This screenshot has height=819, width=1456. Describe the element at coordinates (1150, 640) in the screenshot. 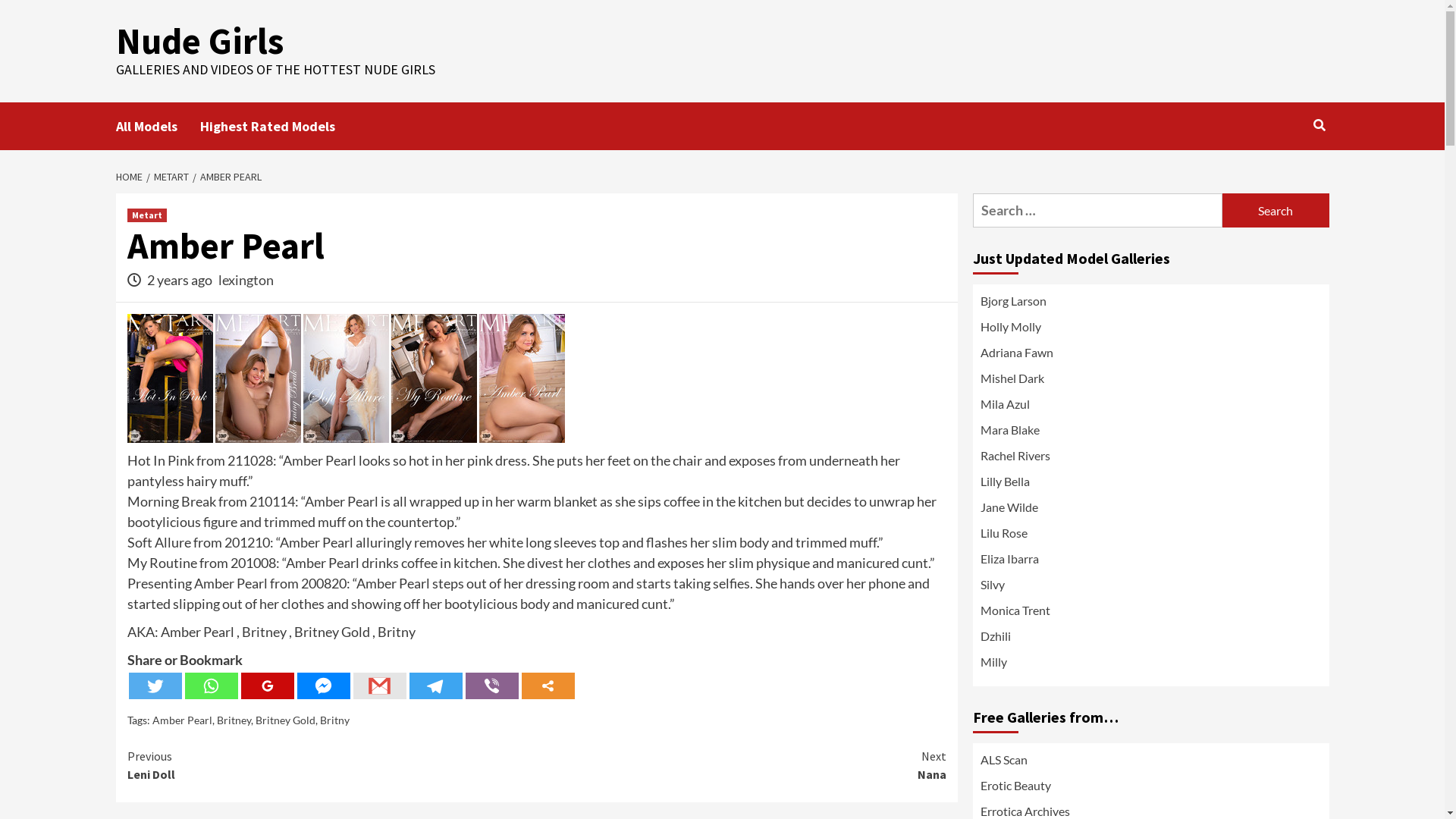

I see `'Dzhili'` at that location.